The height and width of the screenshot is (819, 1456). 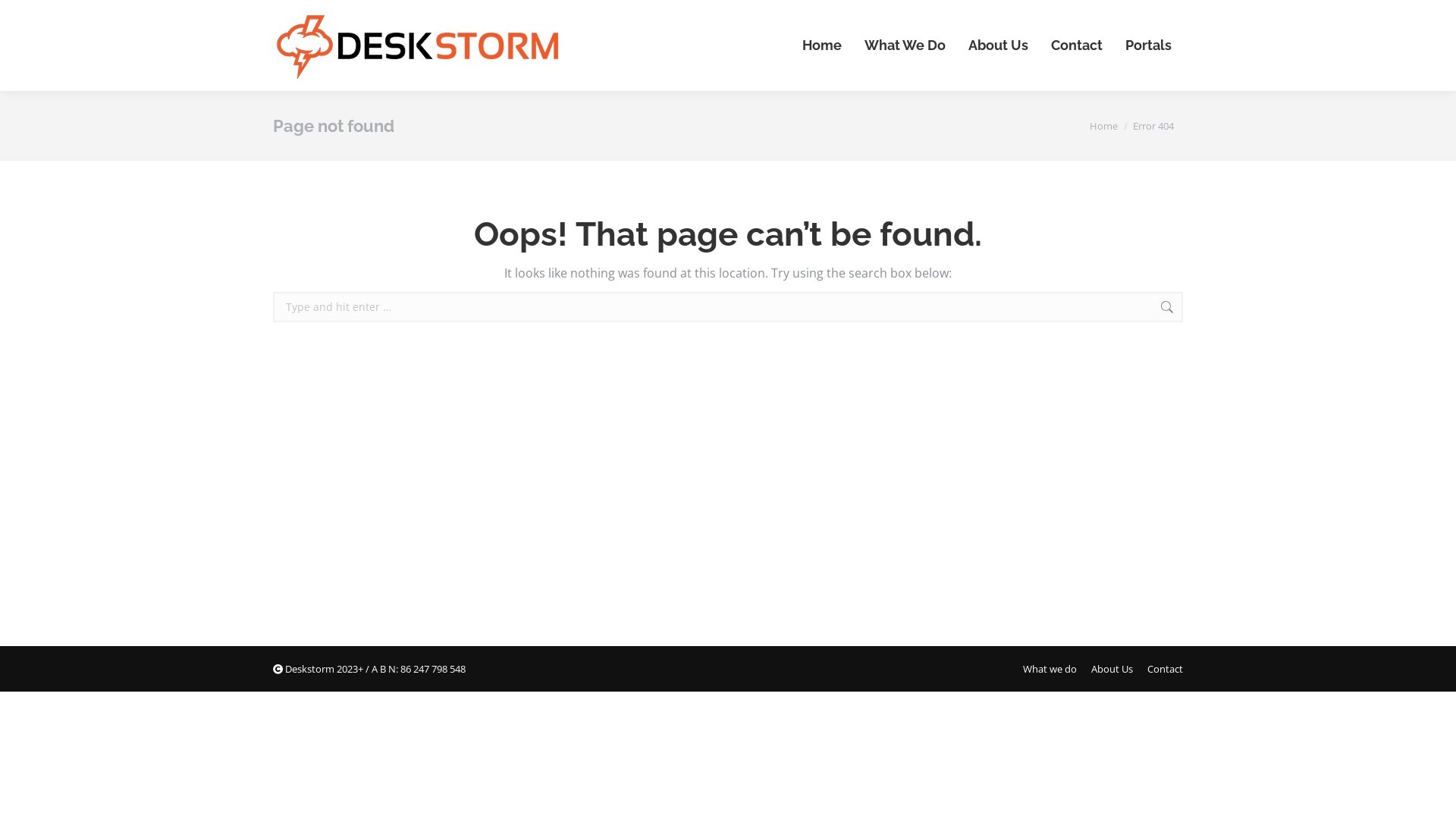 What do you see at coordinates (998, 45) in the screenshot?
I see `'About Us'` at bounding box center [998, 45].